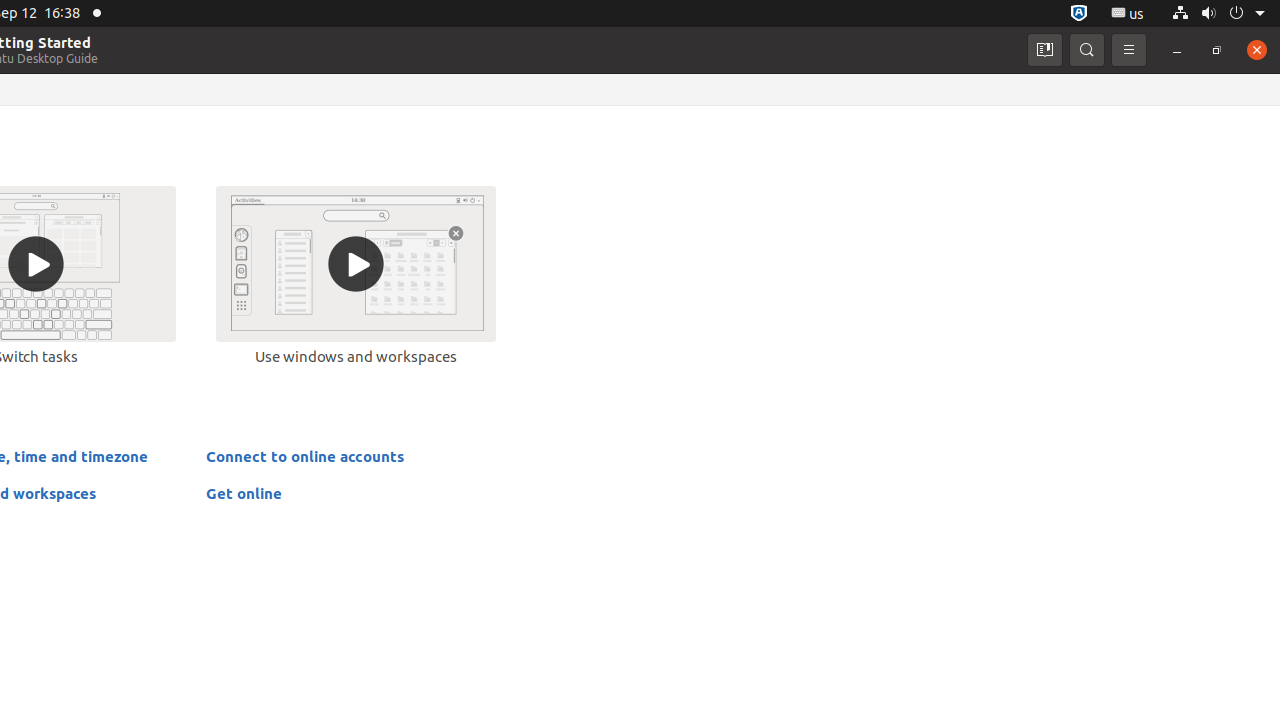  What do you see at coordinates (304, 455) in the screenshot?
I see `'Connect to online accounts'` at bounding box center [304, 455].